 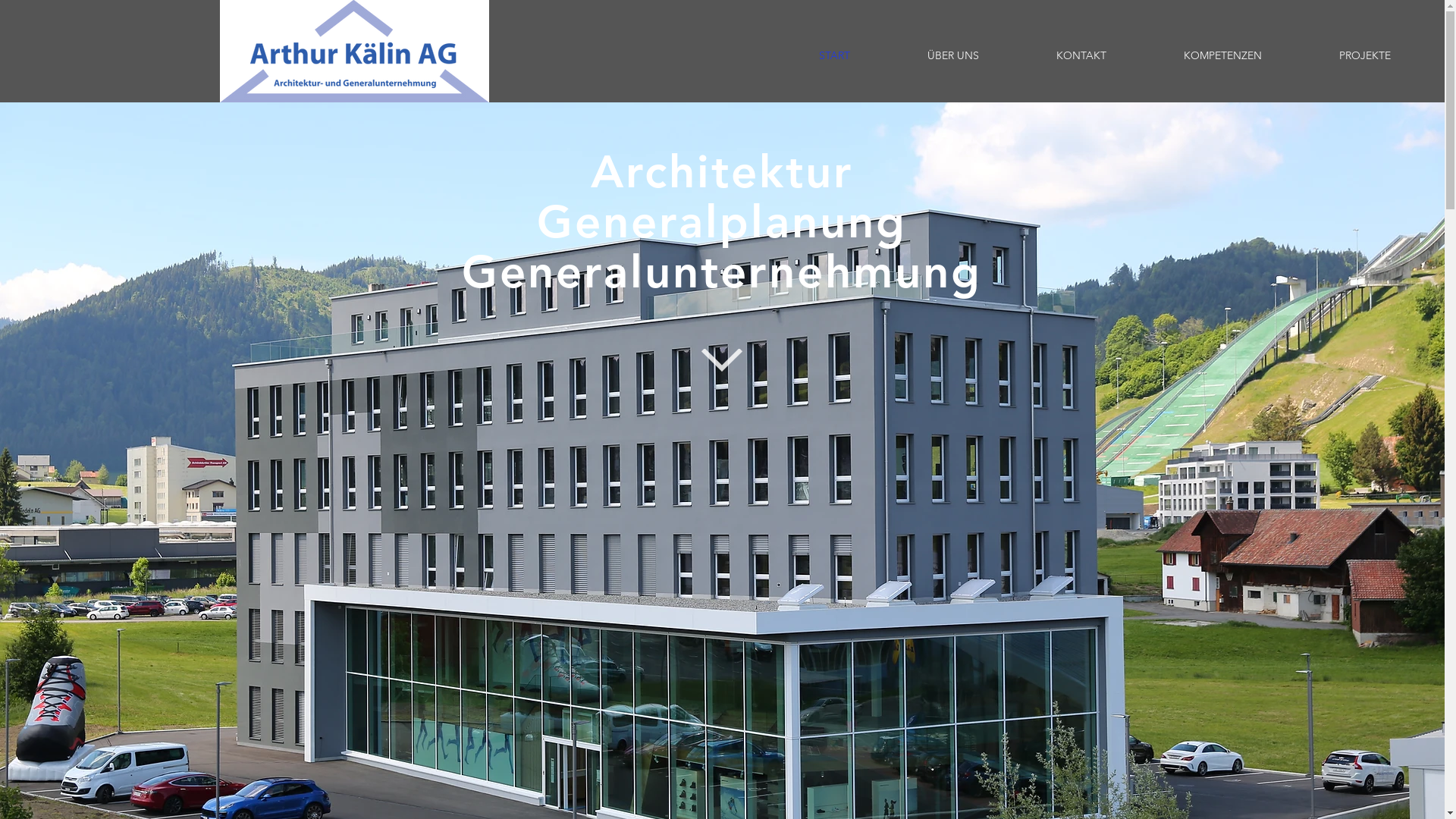 What do you see at coordinates (1080, 55) in the screenshot?
I see `'KONTAKT'` at bounding box center [1080, 55].